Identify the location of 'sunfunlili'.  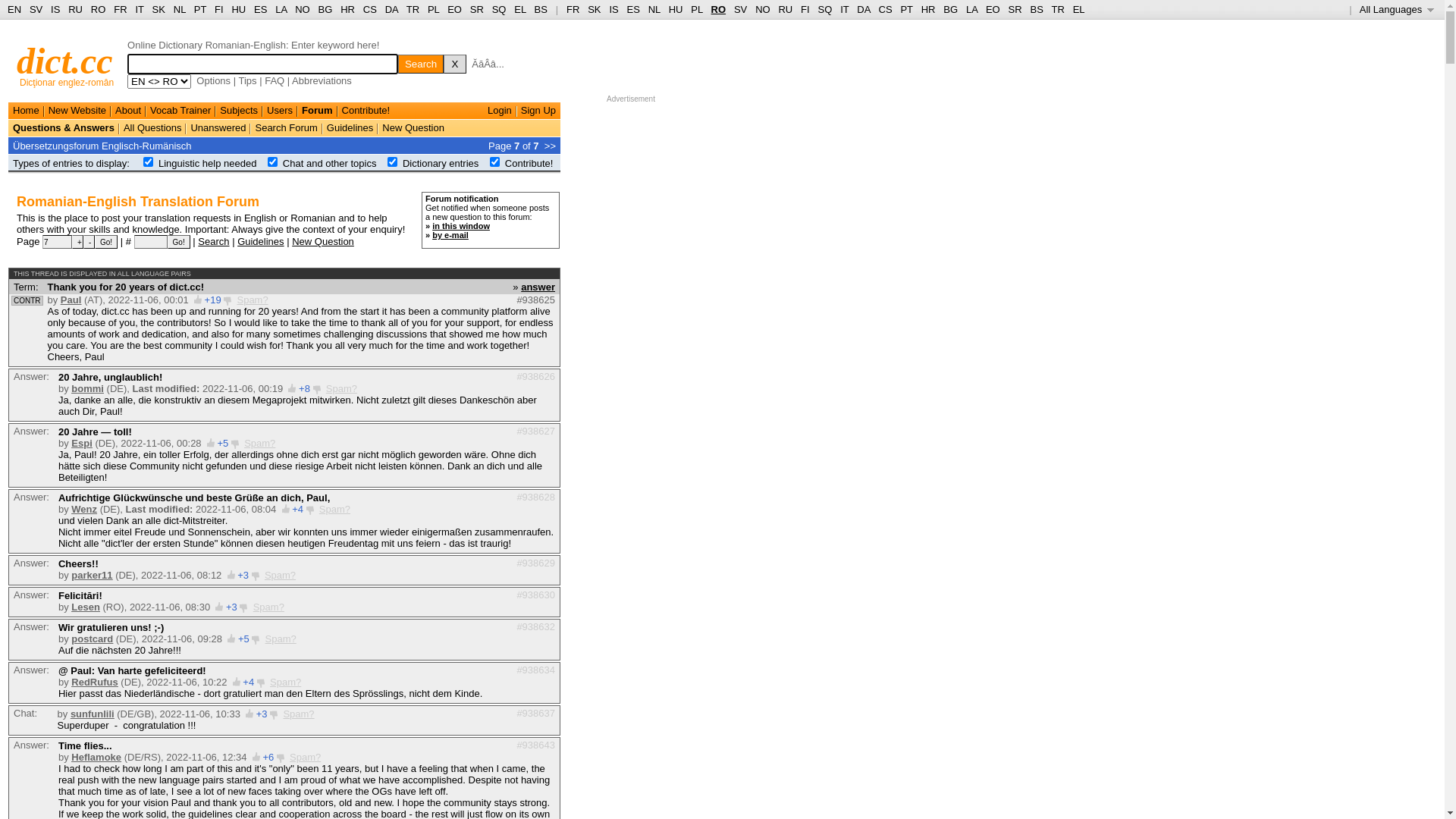
(91, 714).